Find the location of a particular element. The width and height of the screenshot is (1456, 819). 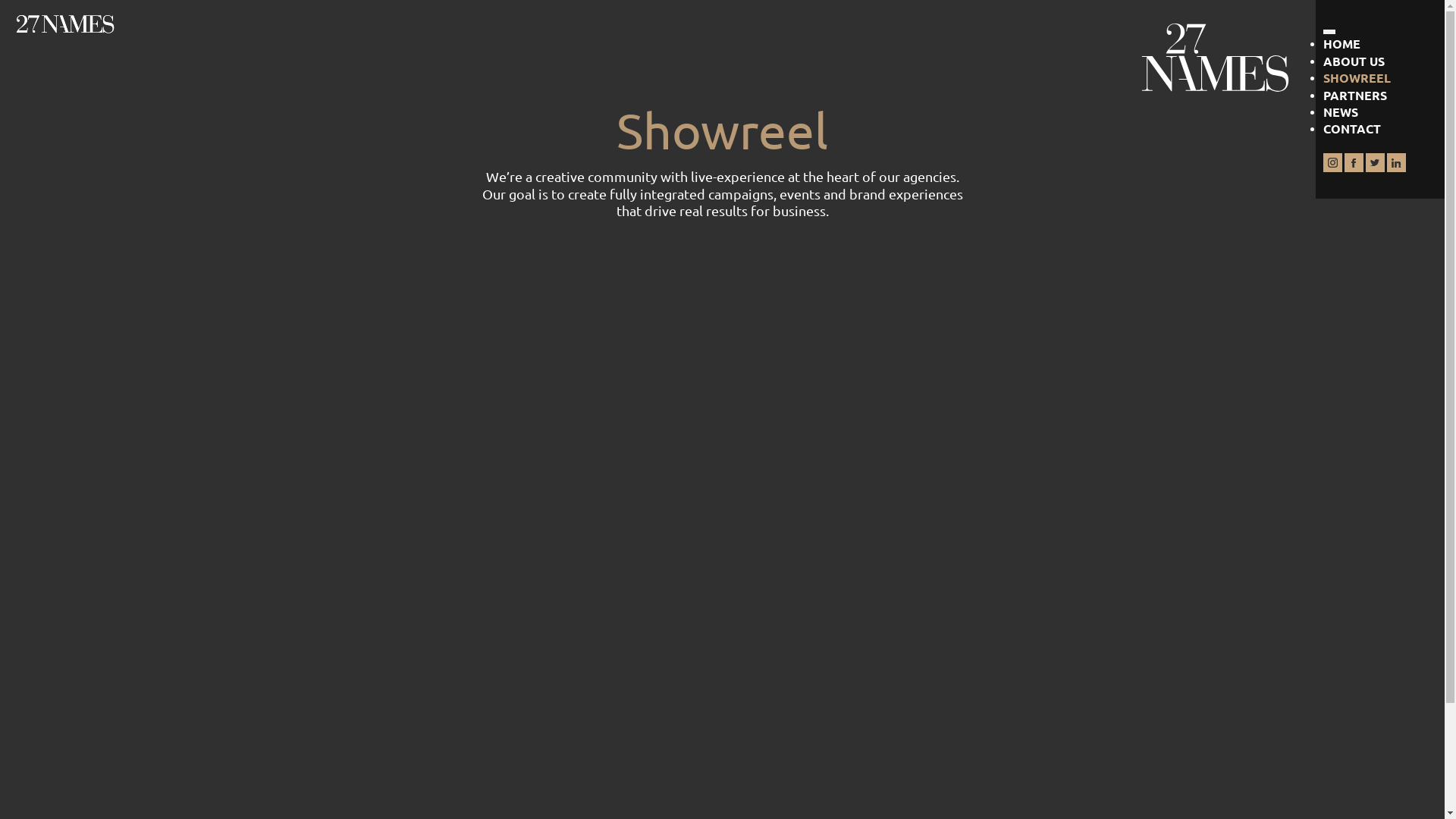

'HOME' is located at coordinates (1341, 42).